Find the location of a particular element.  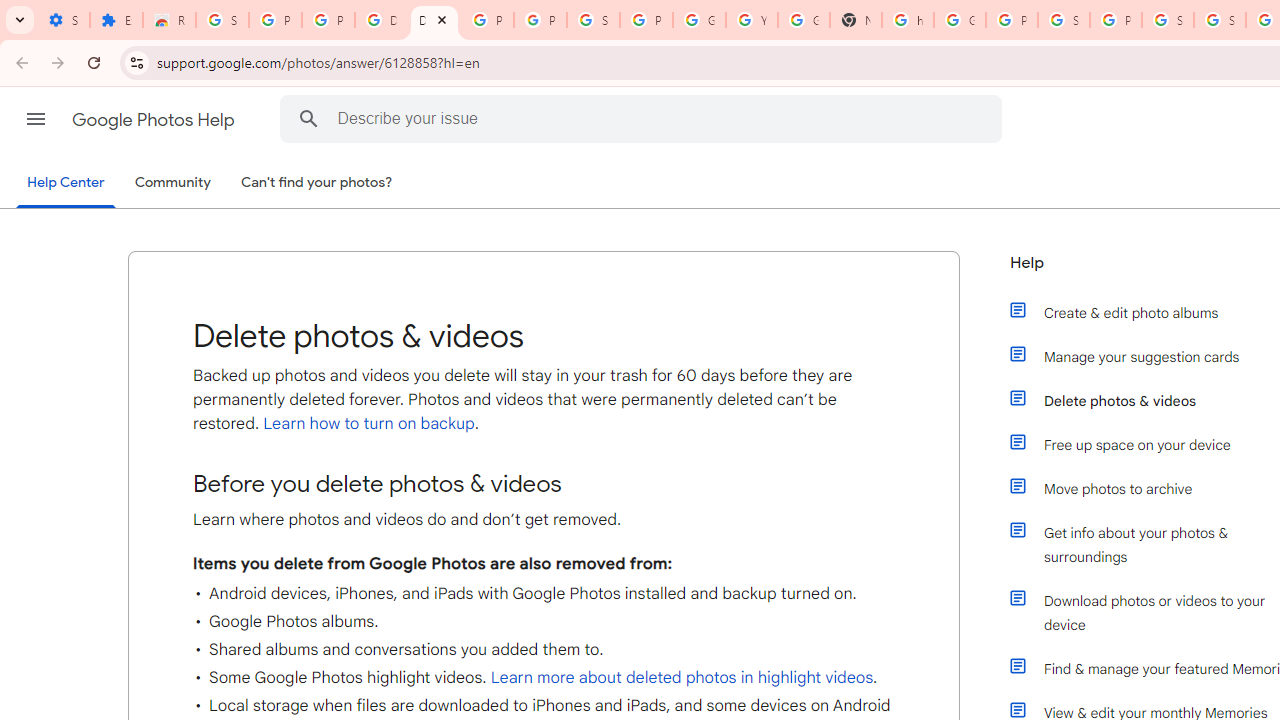

'Google Photos Help' is located at coordinates (154, 119).